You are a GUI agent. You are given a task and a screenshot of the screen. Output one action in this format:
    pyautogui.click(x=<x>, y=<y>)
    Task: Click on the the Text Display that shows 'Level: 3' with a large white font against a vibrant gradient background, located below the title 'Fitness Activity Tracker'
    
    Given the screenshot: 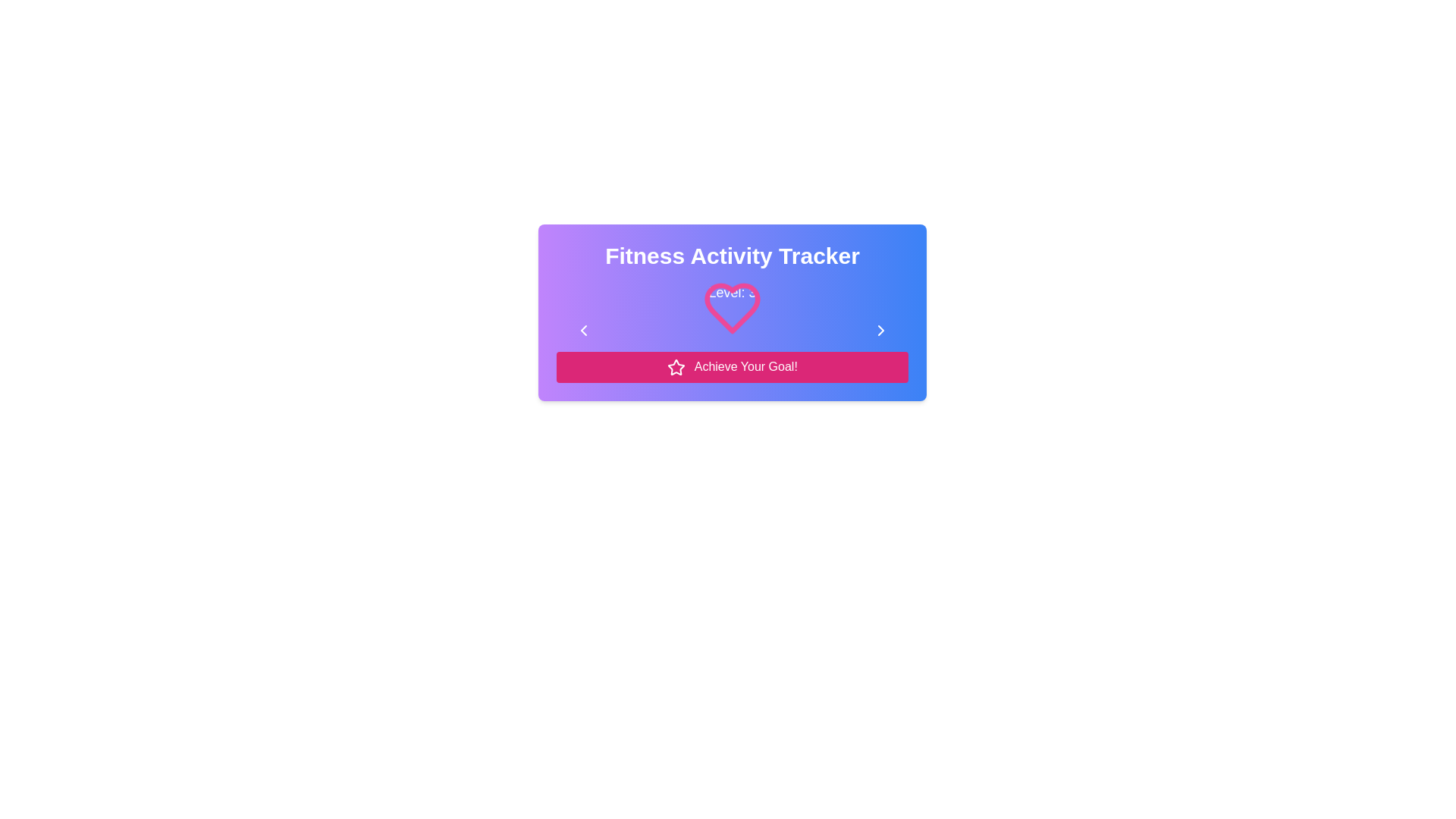 What is the action you would take?
    pyautogui.click(x=732, y=292)
    